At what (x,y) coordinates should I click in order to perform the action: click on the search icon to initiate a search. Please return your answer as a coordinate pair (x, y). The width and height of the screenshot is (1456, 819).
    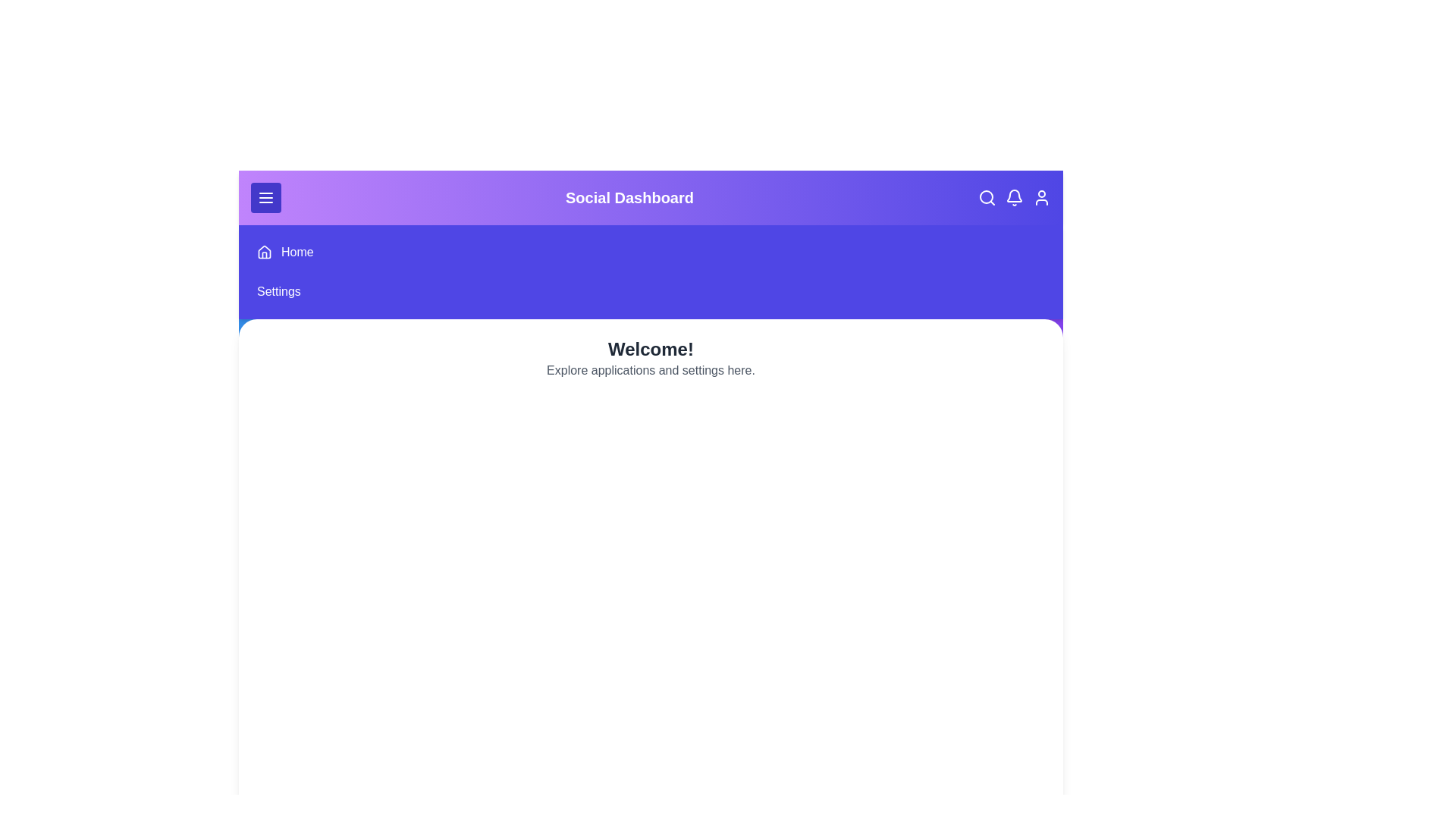
    Looking at the image, I should click on (987, 197).